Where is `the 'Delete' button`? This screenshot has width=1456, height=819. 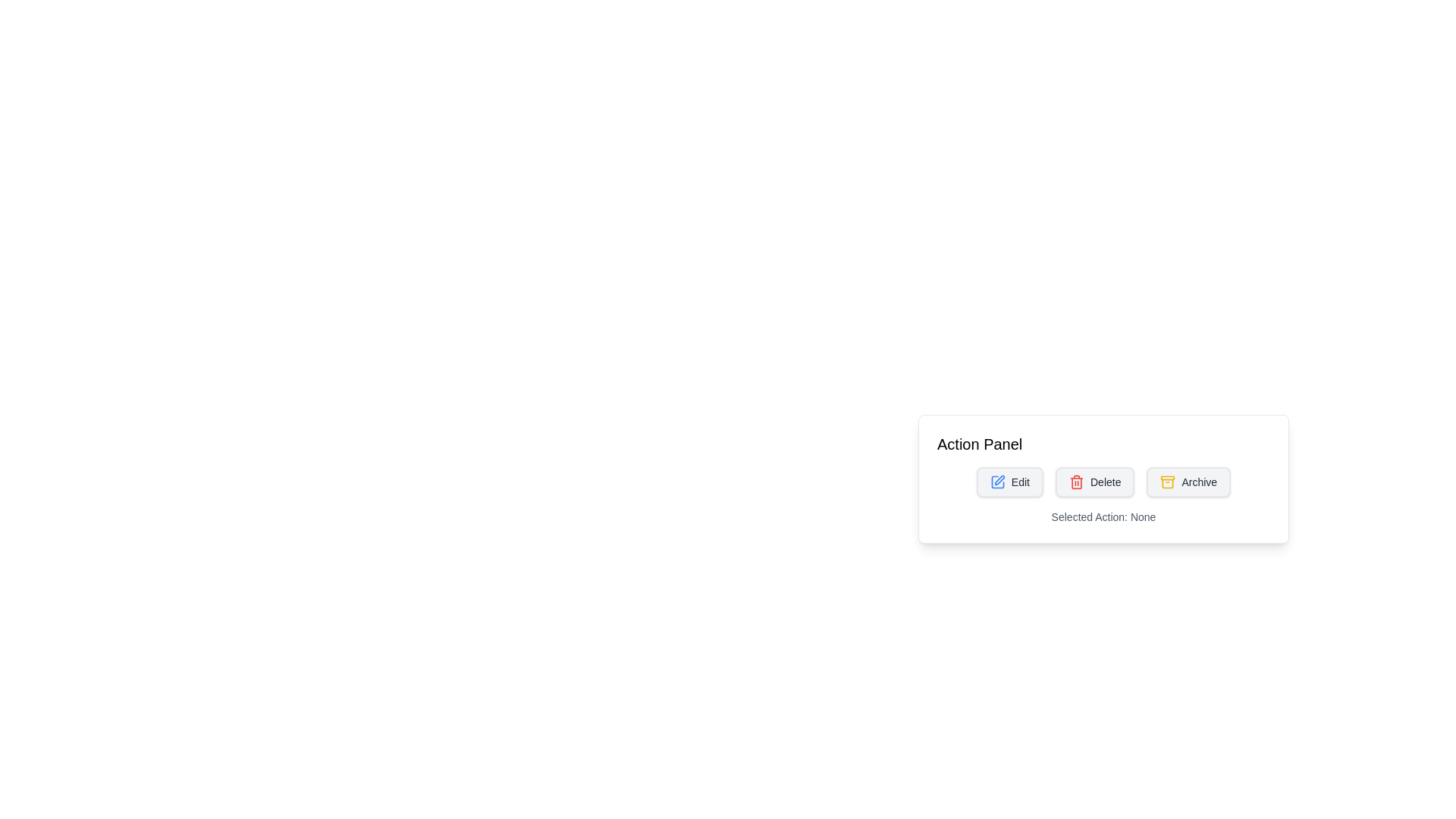
the 'Delete' button is located at coordinates (1095, 482).